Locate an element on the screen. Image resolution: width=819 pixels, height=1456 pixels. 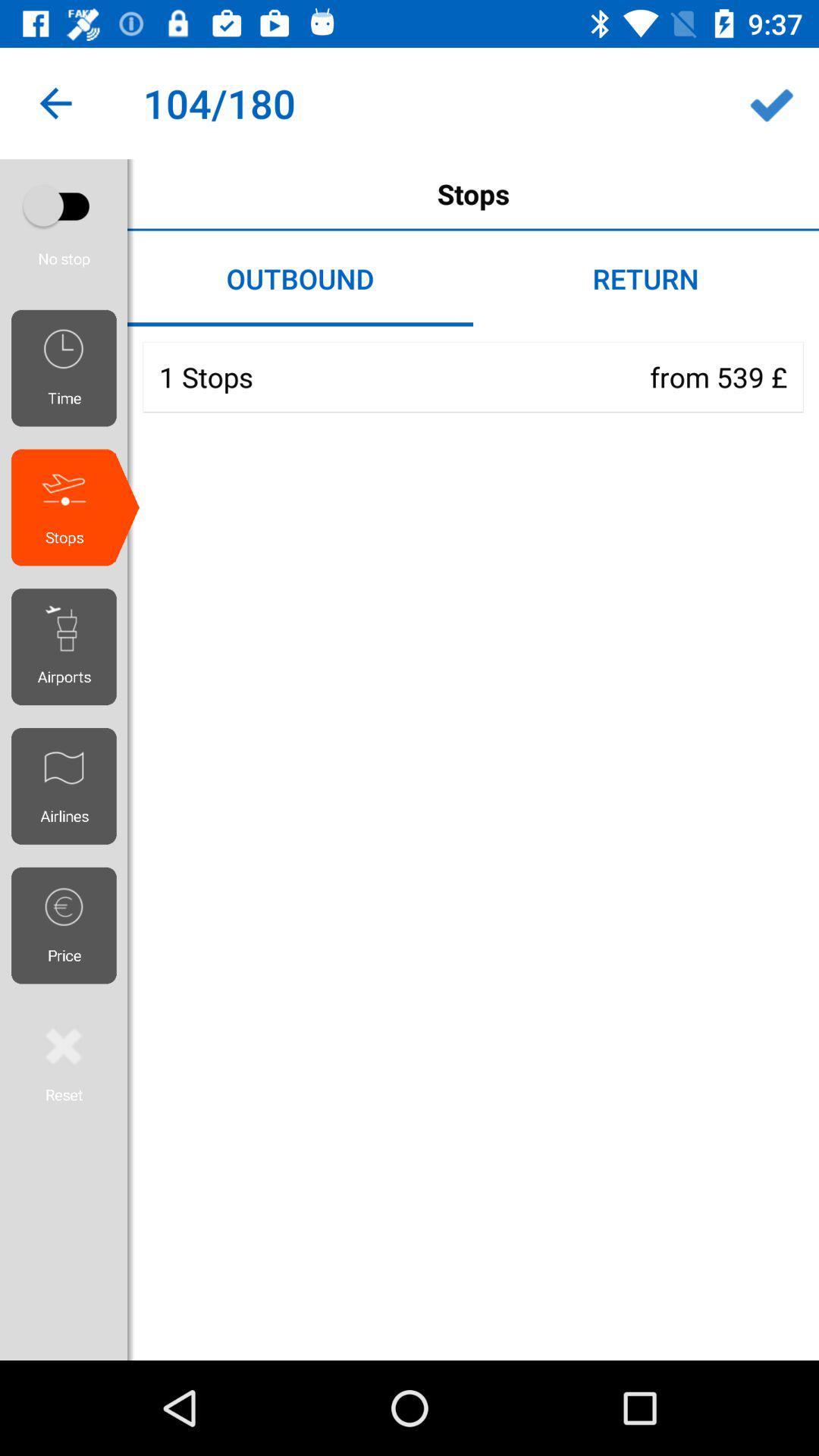
the item to the left of stops is located at coordinates (63, 205).